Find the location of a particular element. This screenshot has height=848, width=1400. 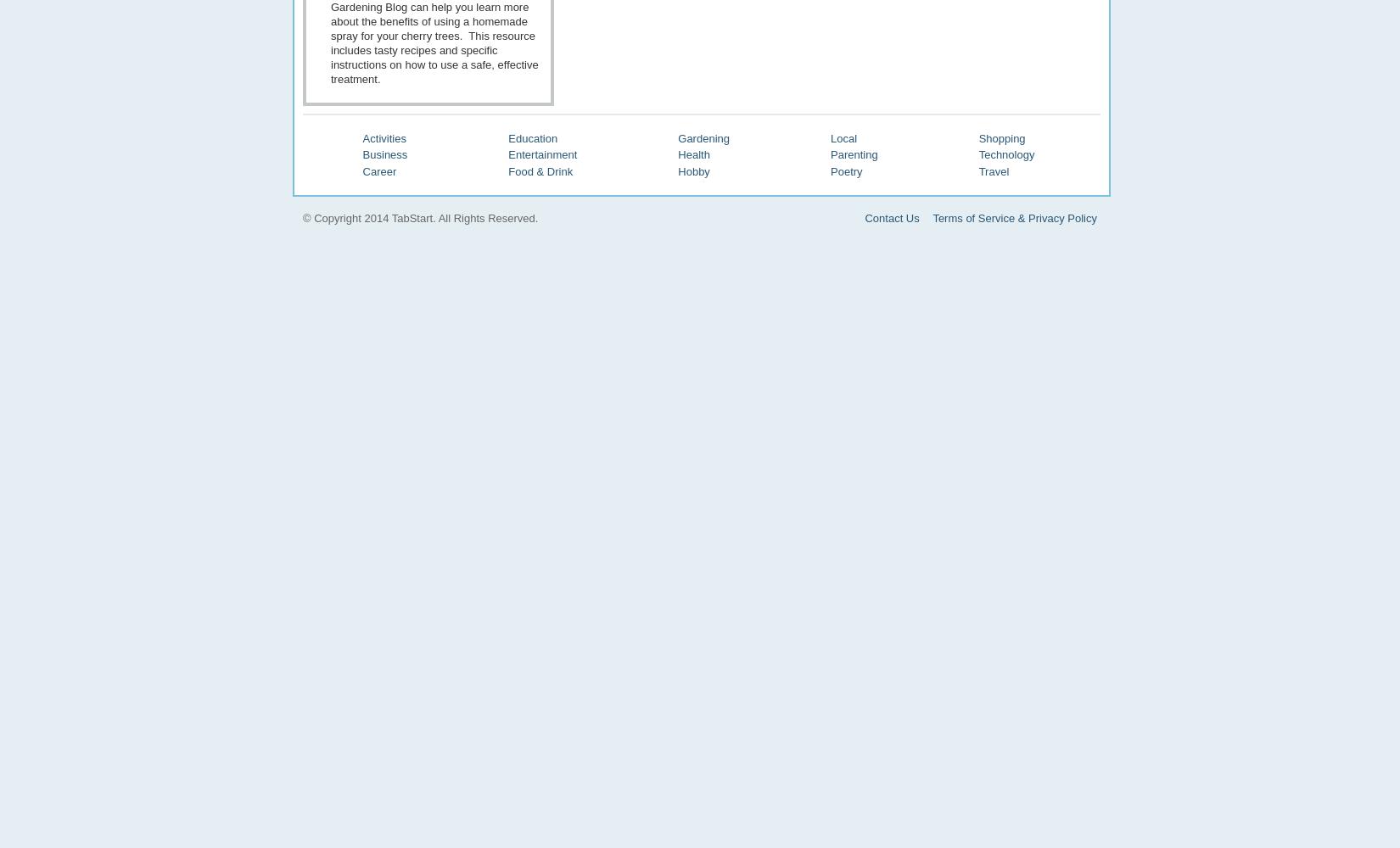

'Business' is located at coordinates (361, 154).